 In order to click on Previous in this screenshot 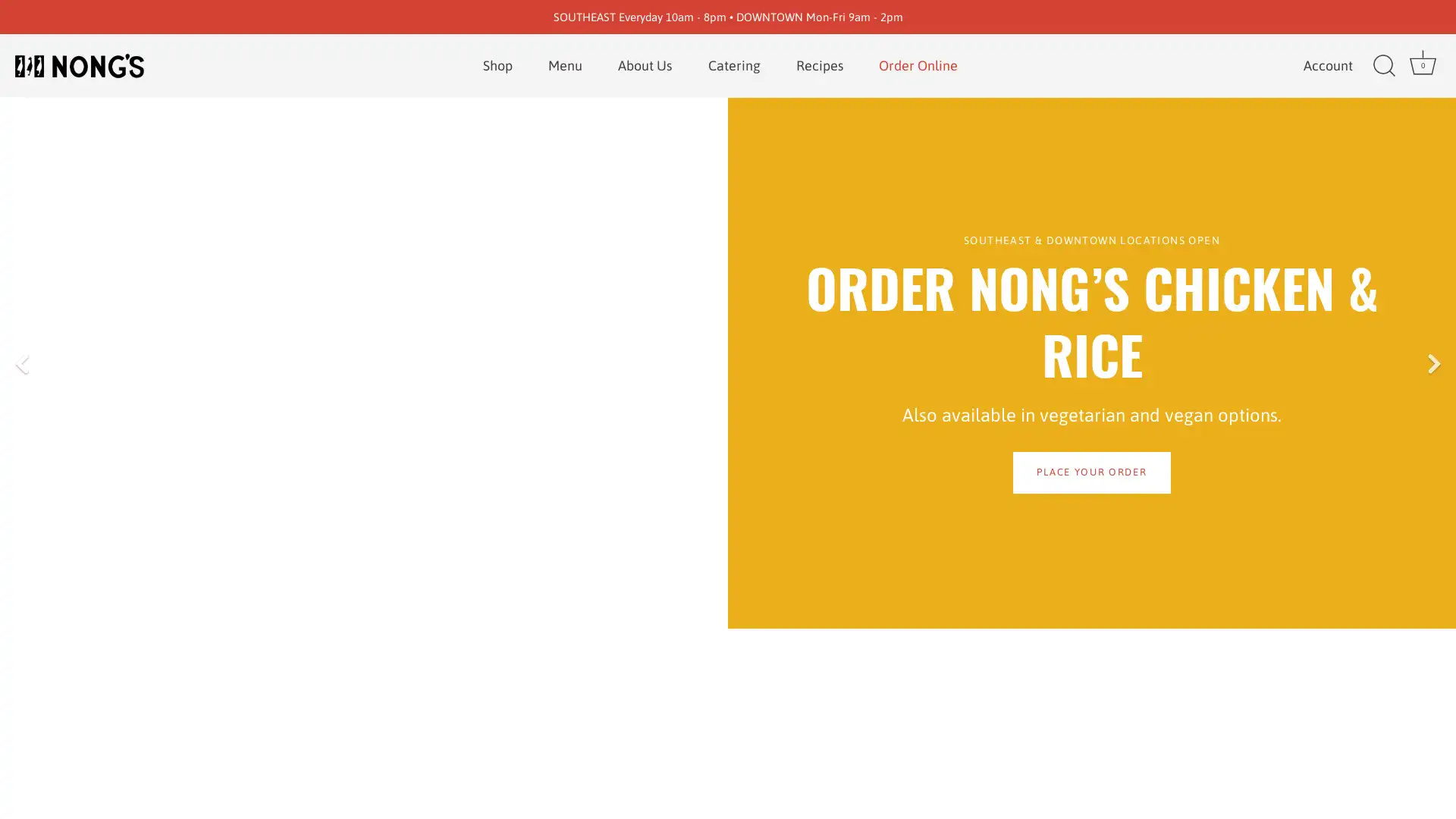, I will do `click(22, 362)`.